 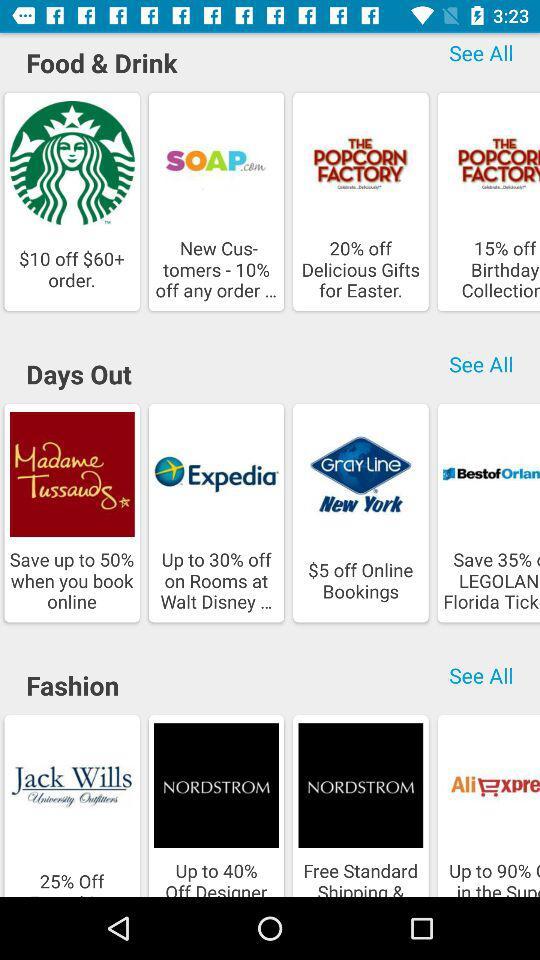 What do you see at coordinates (215, 512) in the screenshot?
I see `the image which is in the second row second image` at bounding box center [215, 512].